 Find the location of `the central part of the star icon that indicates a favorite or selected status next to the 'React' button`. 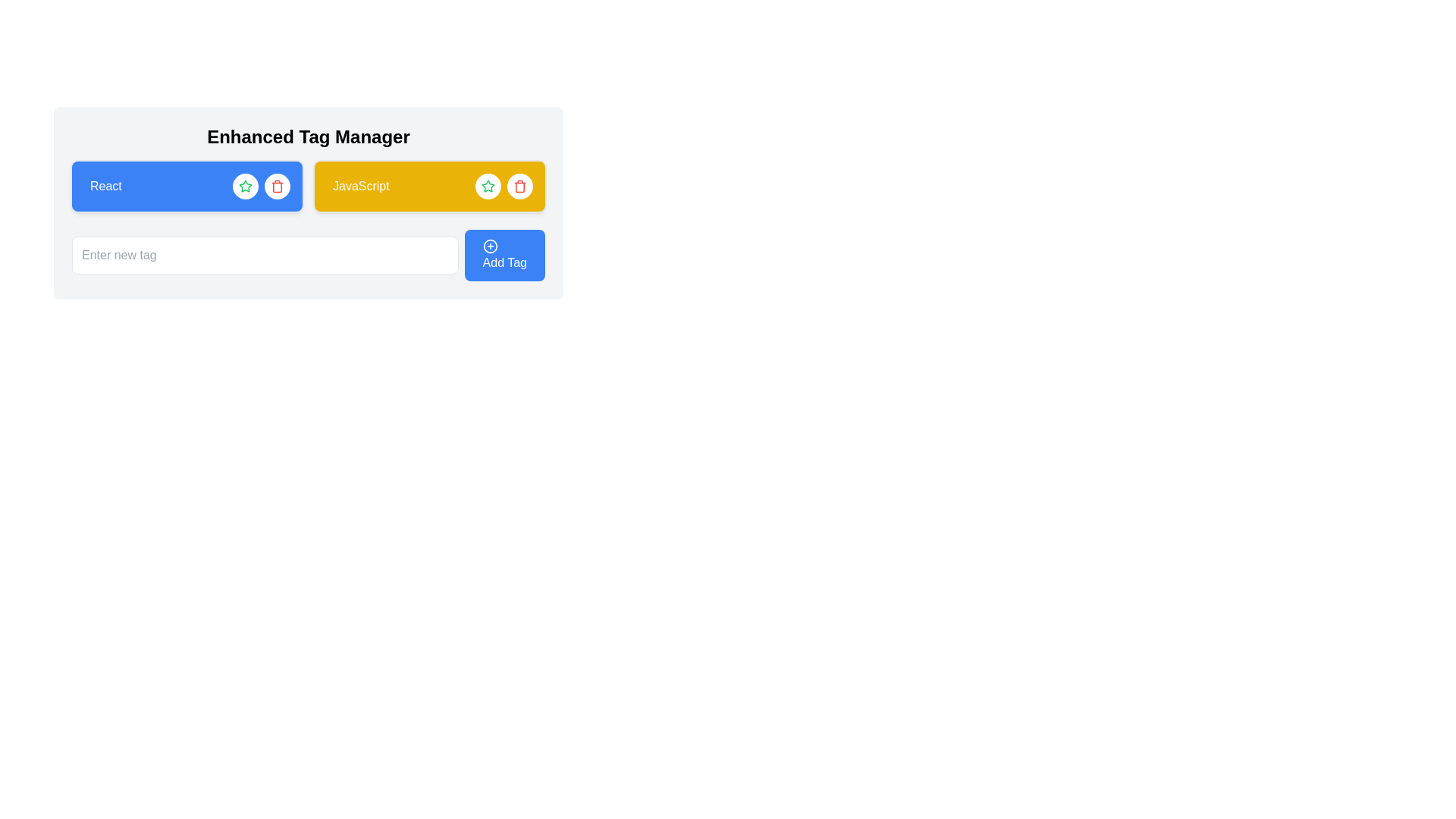

the central part of the star icon that indicates a favorite or selected status next to the 'React' button is located at coordinates (488, 185).